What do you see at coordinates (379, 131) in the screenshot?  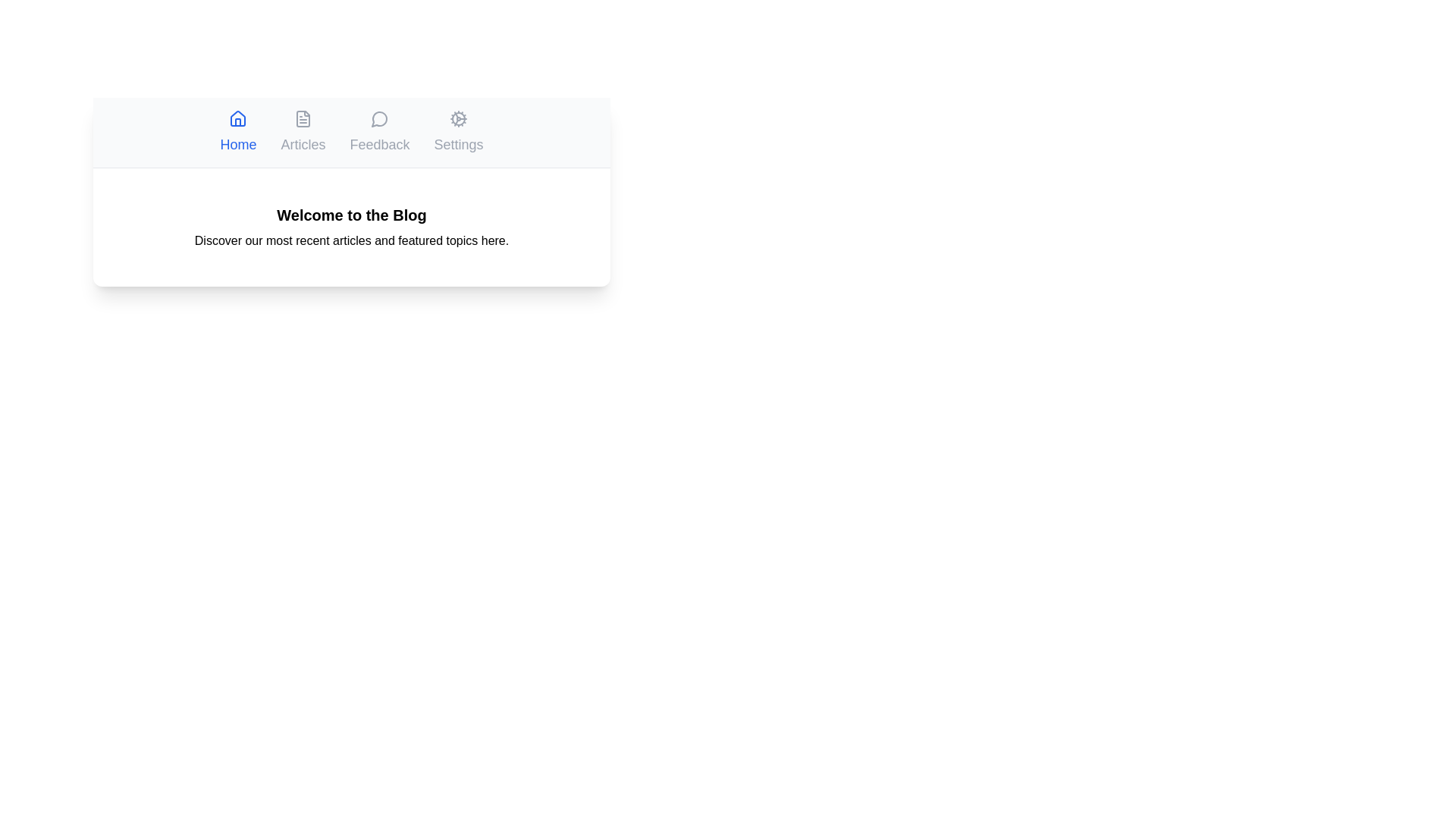 I see `the tab labeled Feedback to observe its hover effect` at bounding box center [379, 131].